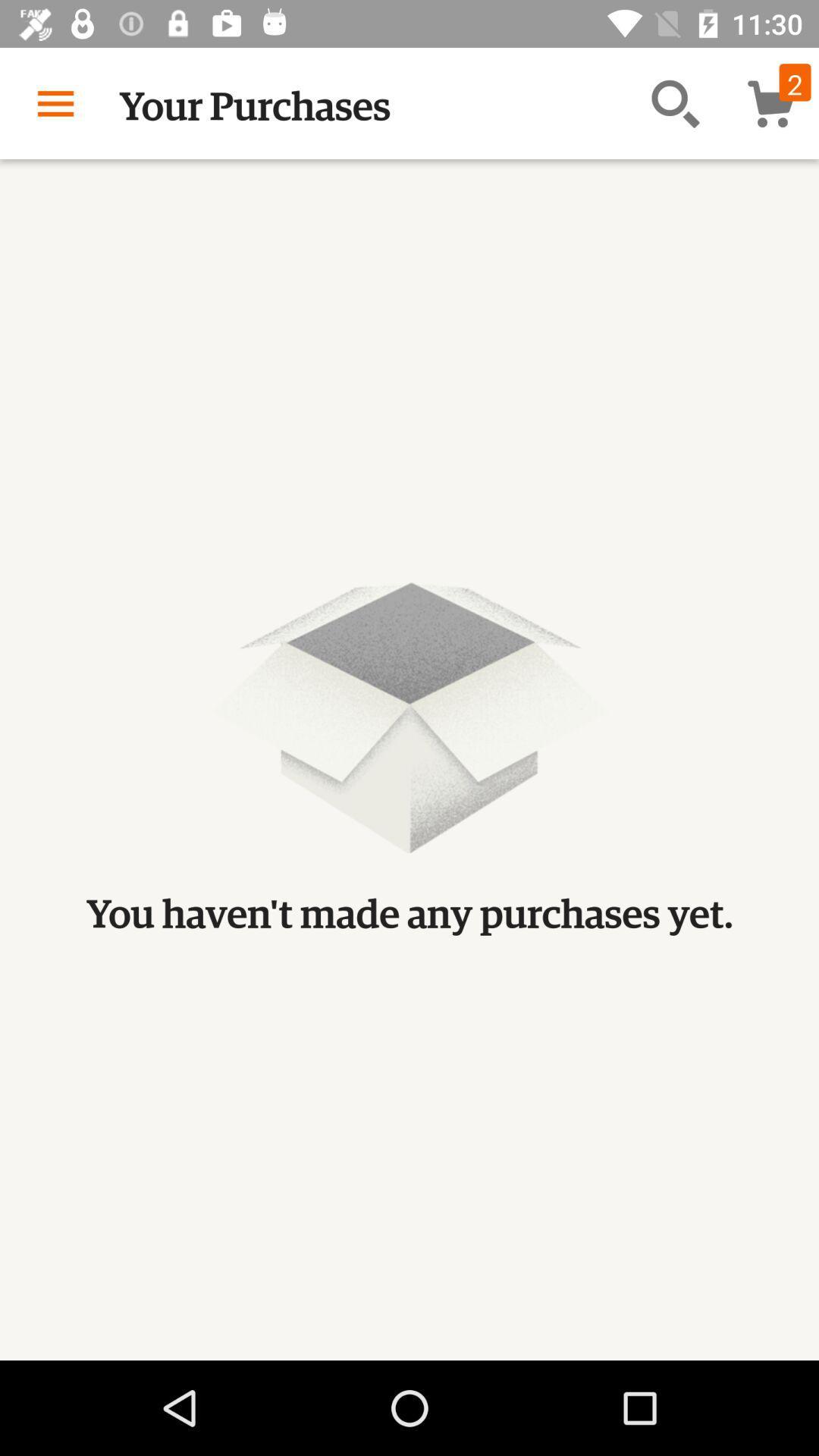 The width and height of the screenshot is (819, 1456). Describe the element at coordinates (55, 102) in the screenshot. I see `icon to the left of the your purchases icon` at that location.